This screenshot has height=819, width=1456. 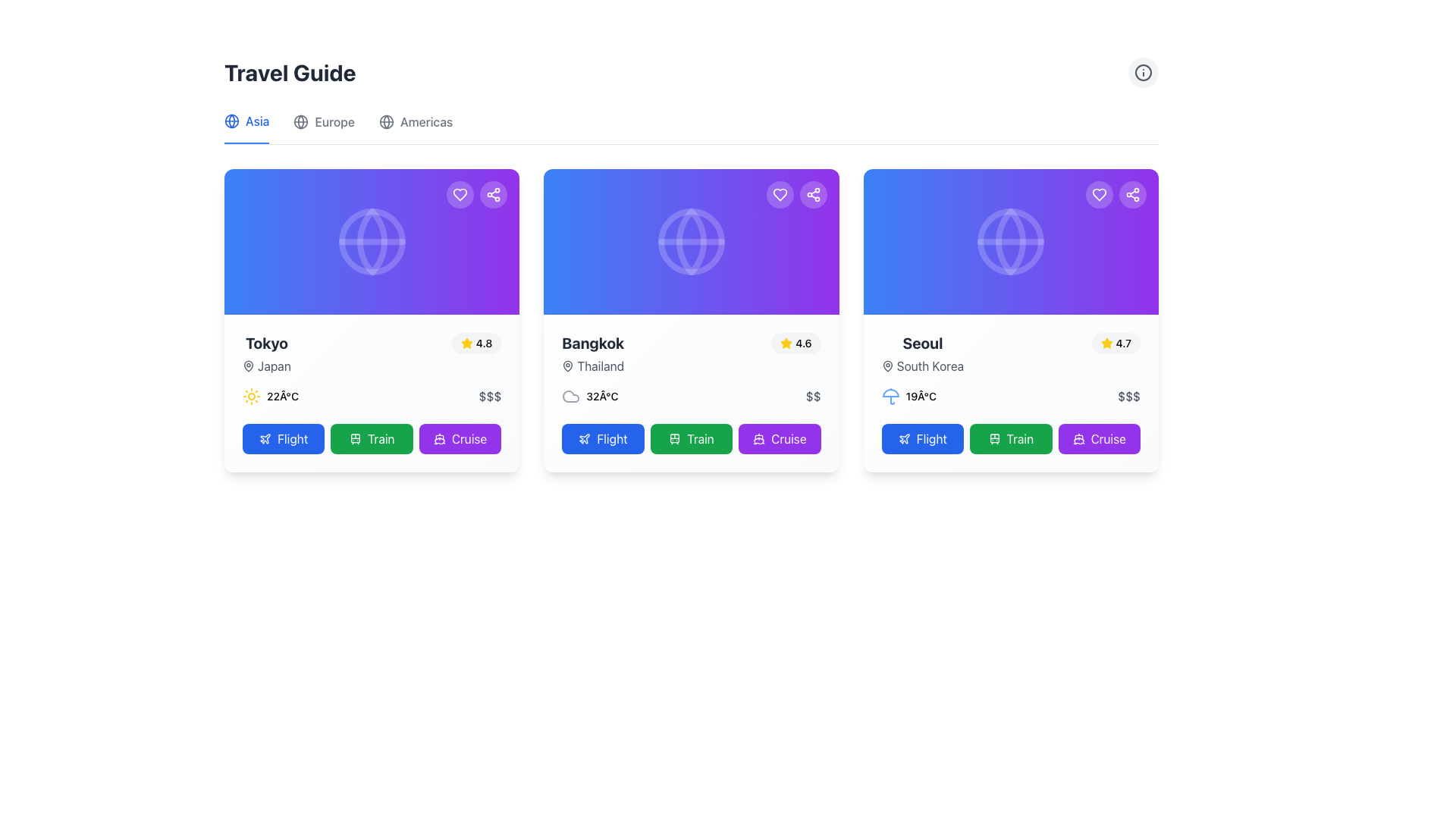 I want to click on the text label displaying 'Thailand' which is styled in subtle gray and aligned with a map pin icon, as it may include hidden interactivity, so click(x=592, y=366).